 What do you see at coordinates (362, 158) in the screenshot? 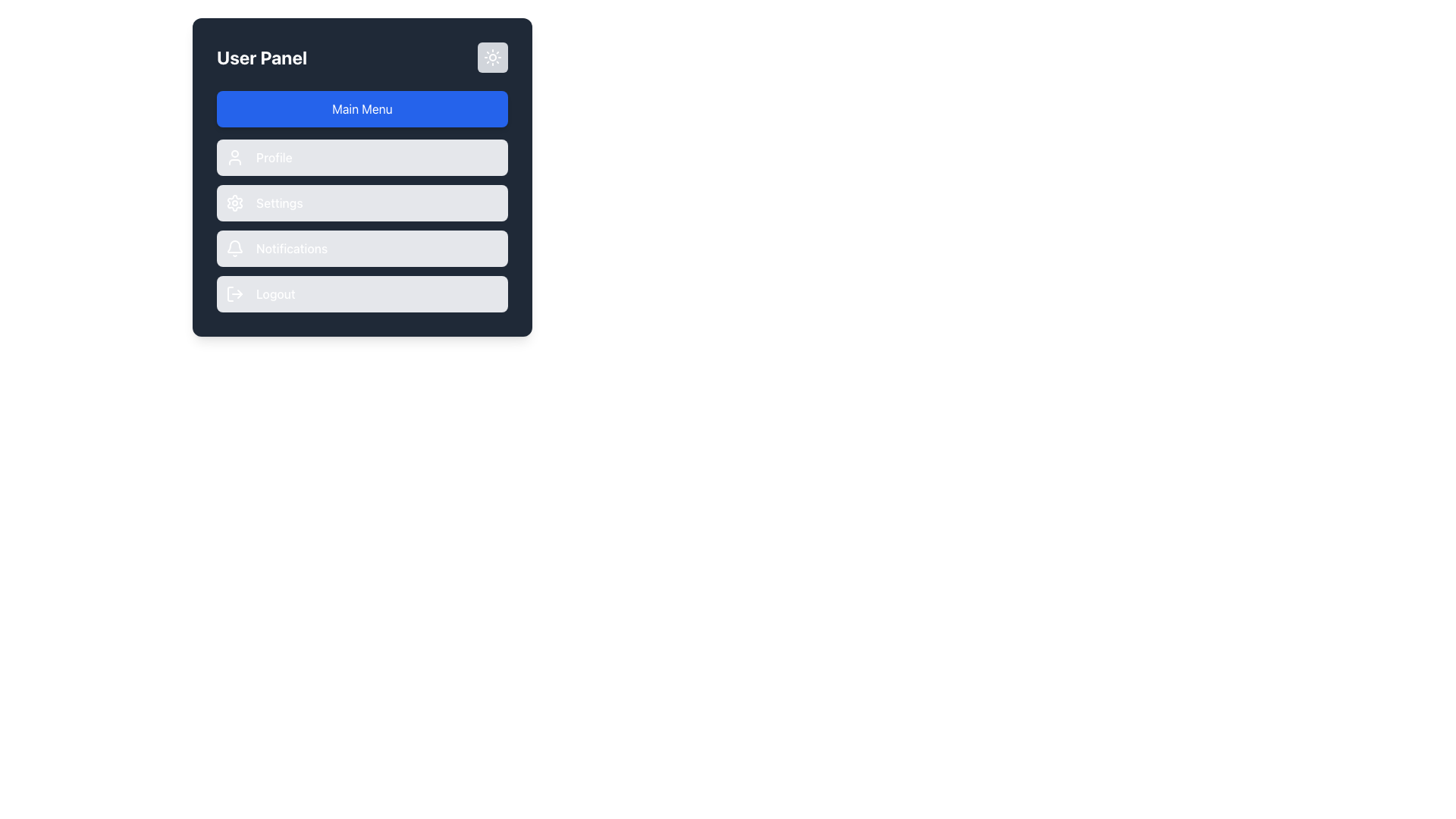
I see `the 'Profile' menu button located directly below the 'Main Menu' button in the 'User Panel' interface` at bounding box center [362, 158].